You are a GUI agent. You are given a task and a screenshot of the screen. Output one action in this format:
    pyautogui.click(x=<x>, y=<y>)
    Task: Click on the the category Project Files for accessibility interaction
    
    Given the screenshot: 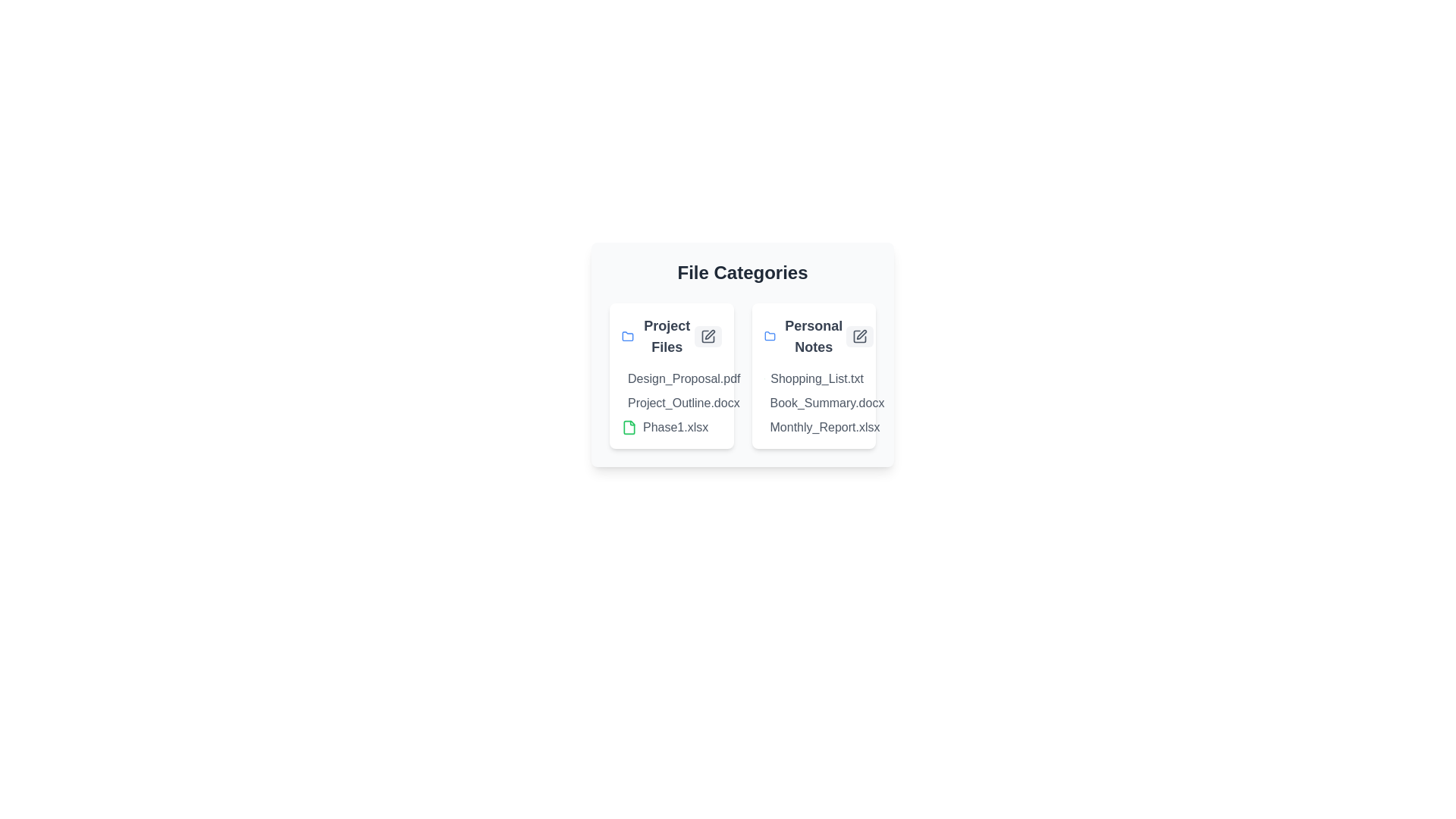 What is the action you would take?
    pyautogui.click(x=670, y=335)
    